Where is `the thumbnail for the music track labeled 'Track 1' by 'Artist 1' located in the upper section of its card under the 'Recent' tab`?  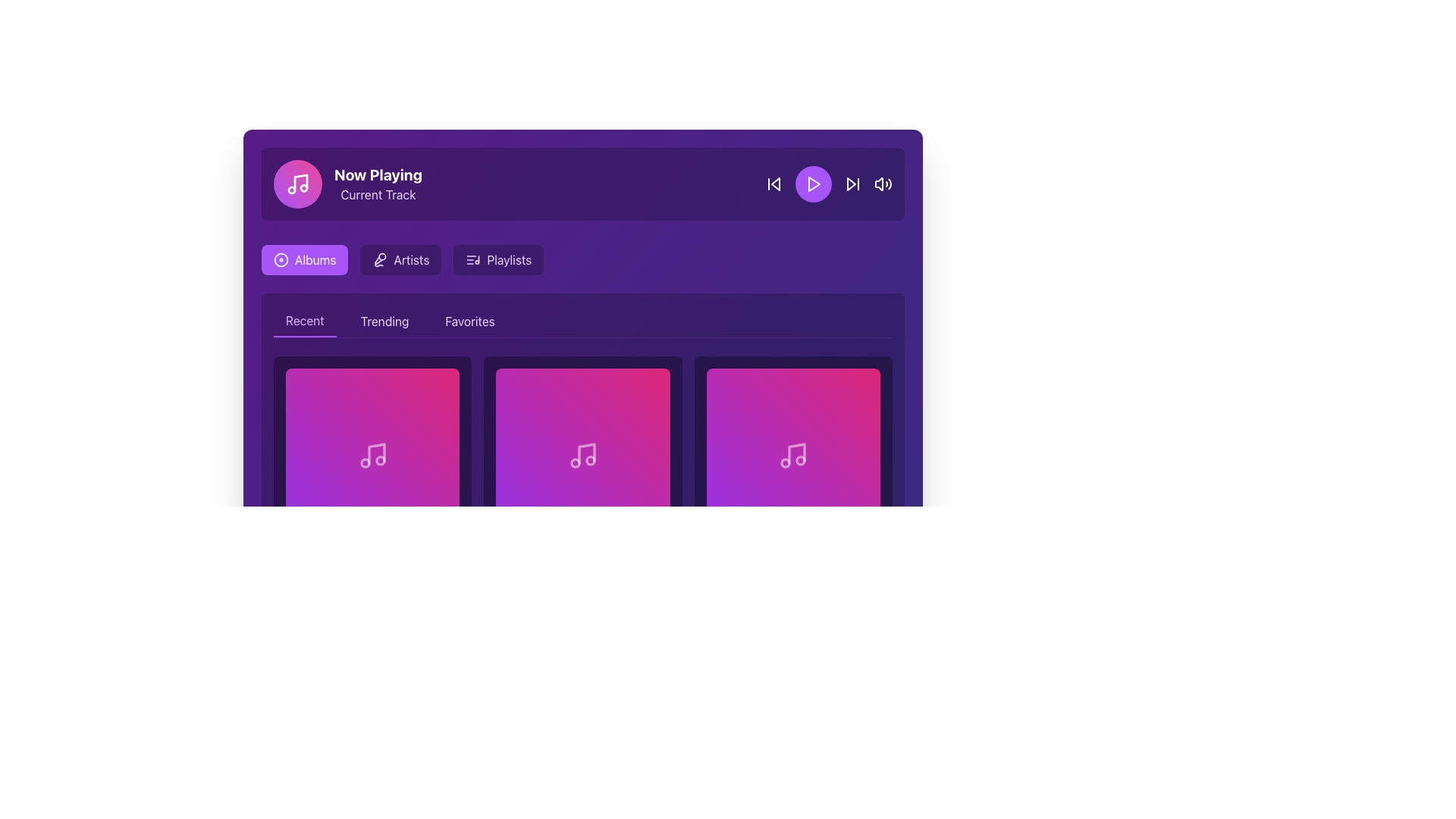 the thumbnail for the music track labeled 'Track 1' by 'Artist 1' located in the upper section of its card under the 'Recent' tab is located at coordinates (372, 454).